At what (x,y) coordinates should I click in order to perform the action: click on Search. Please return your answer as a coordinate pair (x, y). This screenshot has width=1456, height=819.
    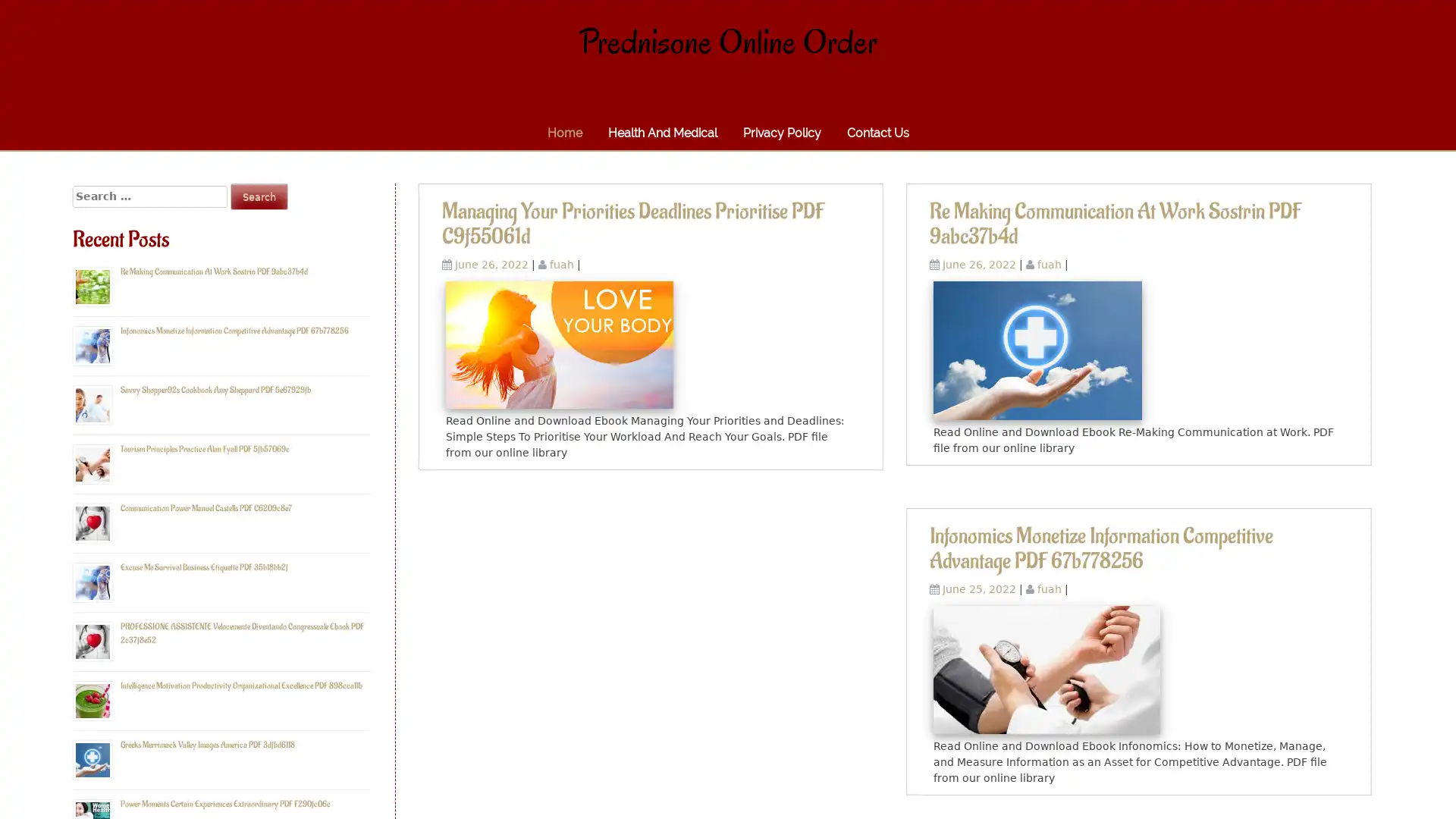
    Looking at the image, I should click on (259, 196).